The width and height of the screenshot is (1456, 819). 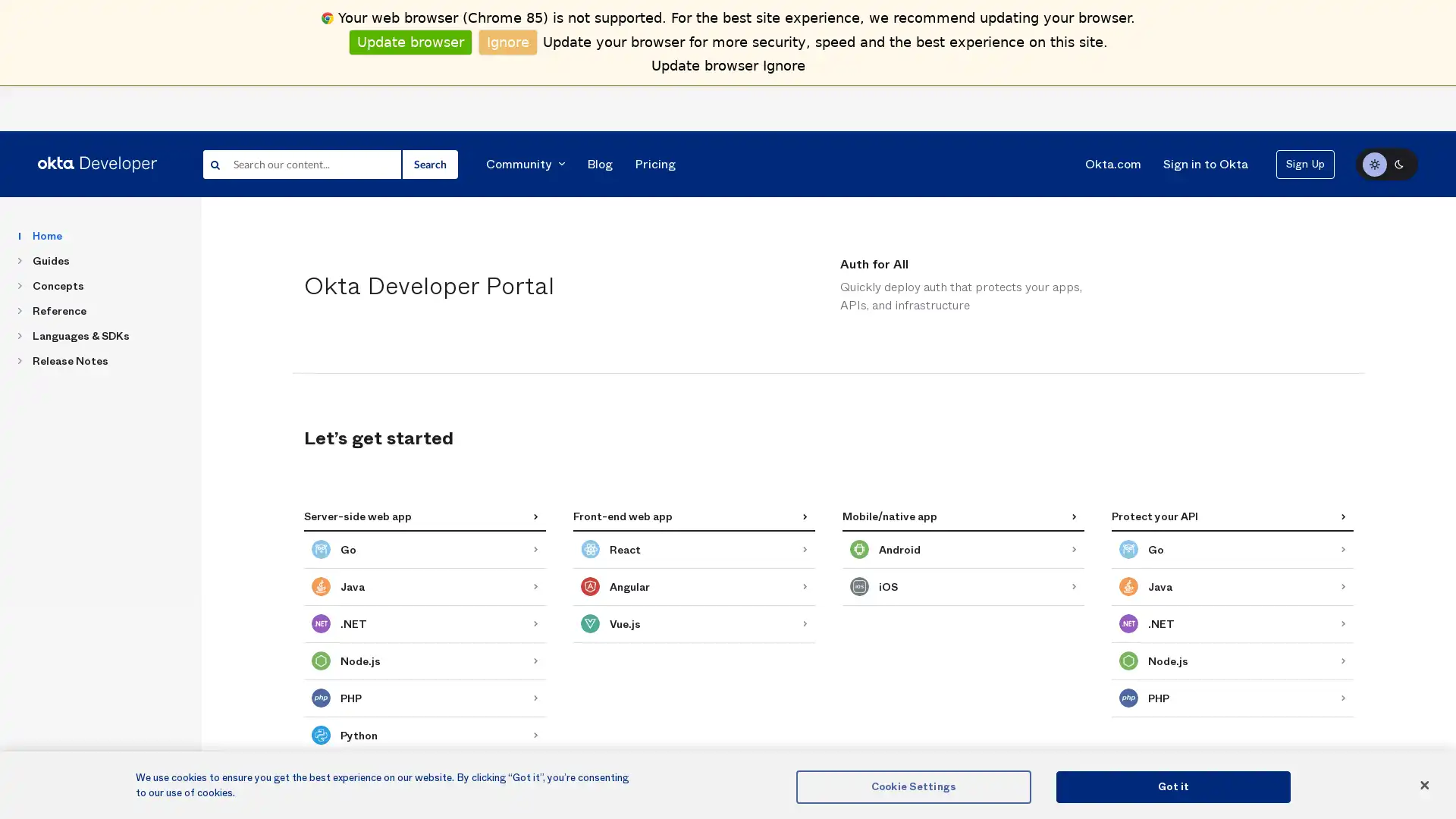 I want to click on Cookie Settings, so click(x=912, y=786).